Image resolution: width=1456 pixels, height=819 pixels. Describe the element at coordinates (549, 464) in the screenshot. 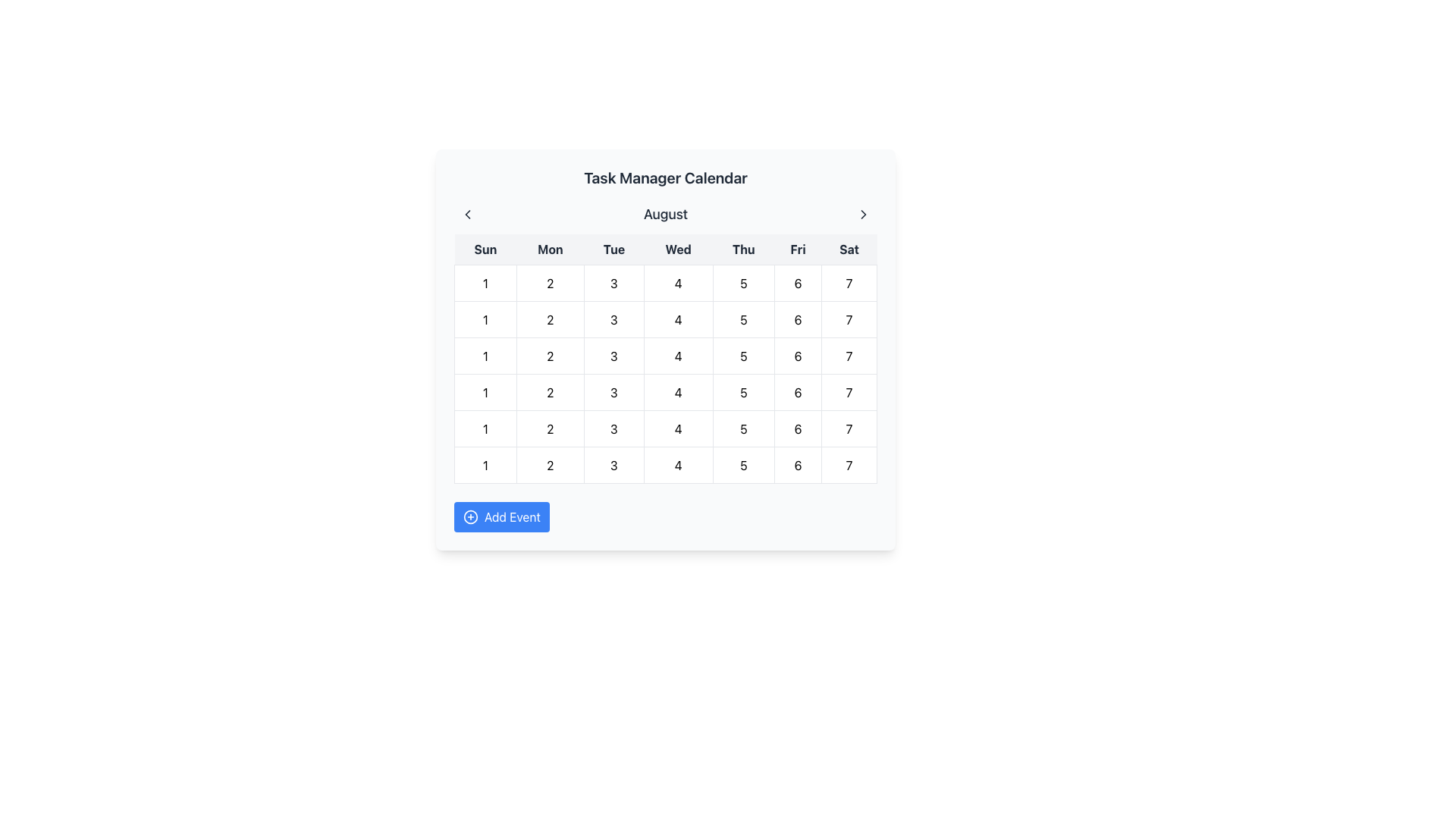

I see `the text-based calendar cell containing the number '2' in the 'Monday' column` at that location.